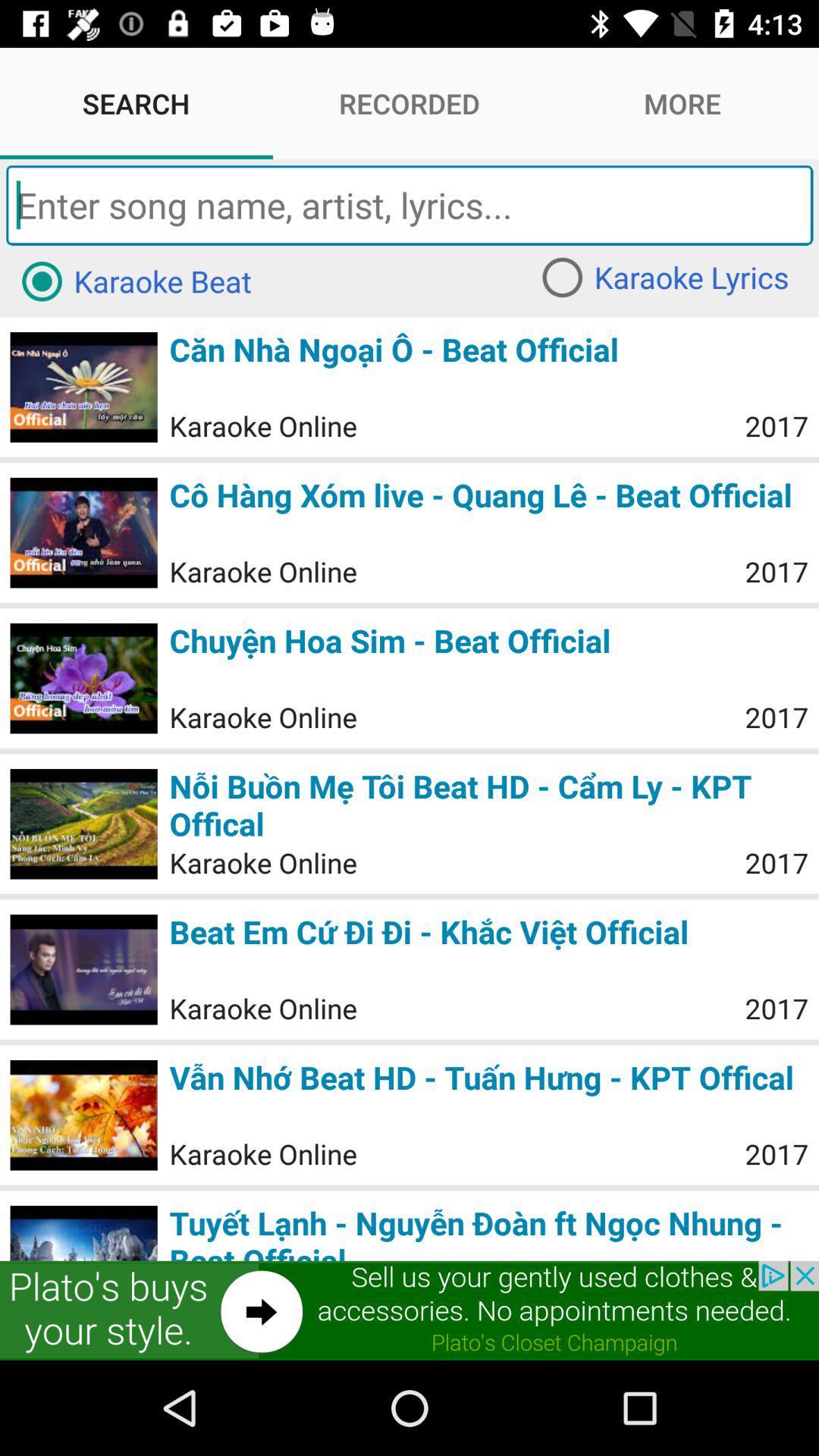  What do you see at coordinates (409, 204) in the screenshot?
I see `the name artist song or lyrics` at bounding box center [409, 204].